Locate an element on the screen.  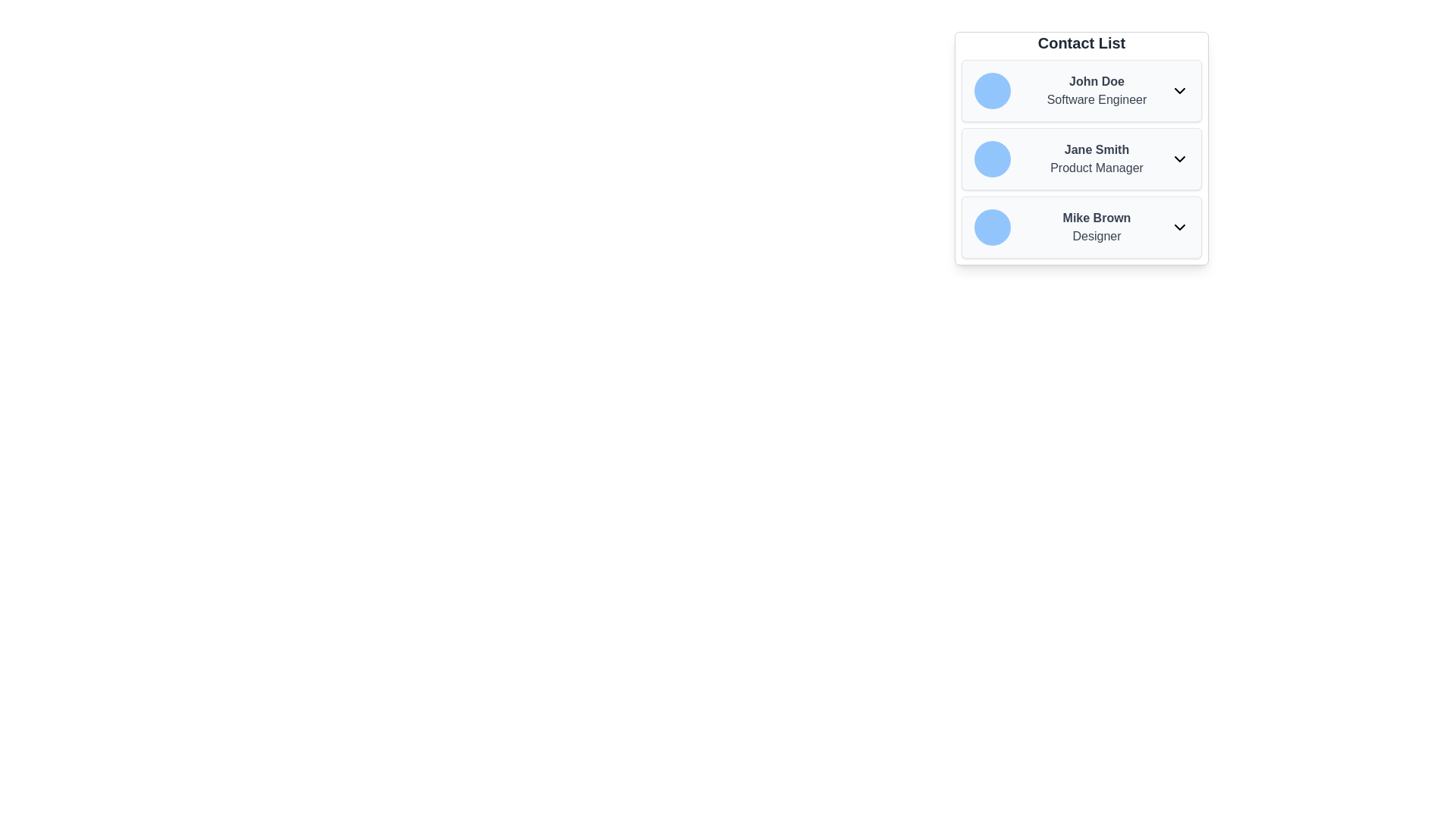
the text label representing a person's name in the first card of a vertical list is located at coordinates (1097, 82).